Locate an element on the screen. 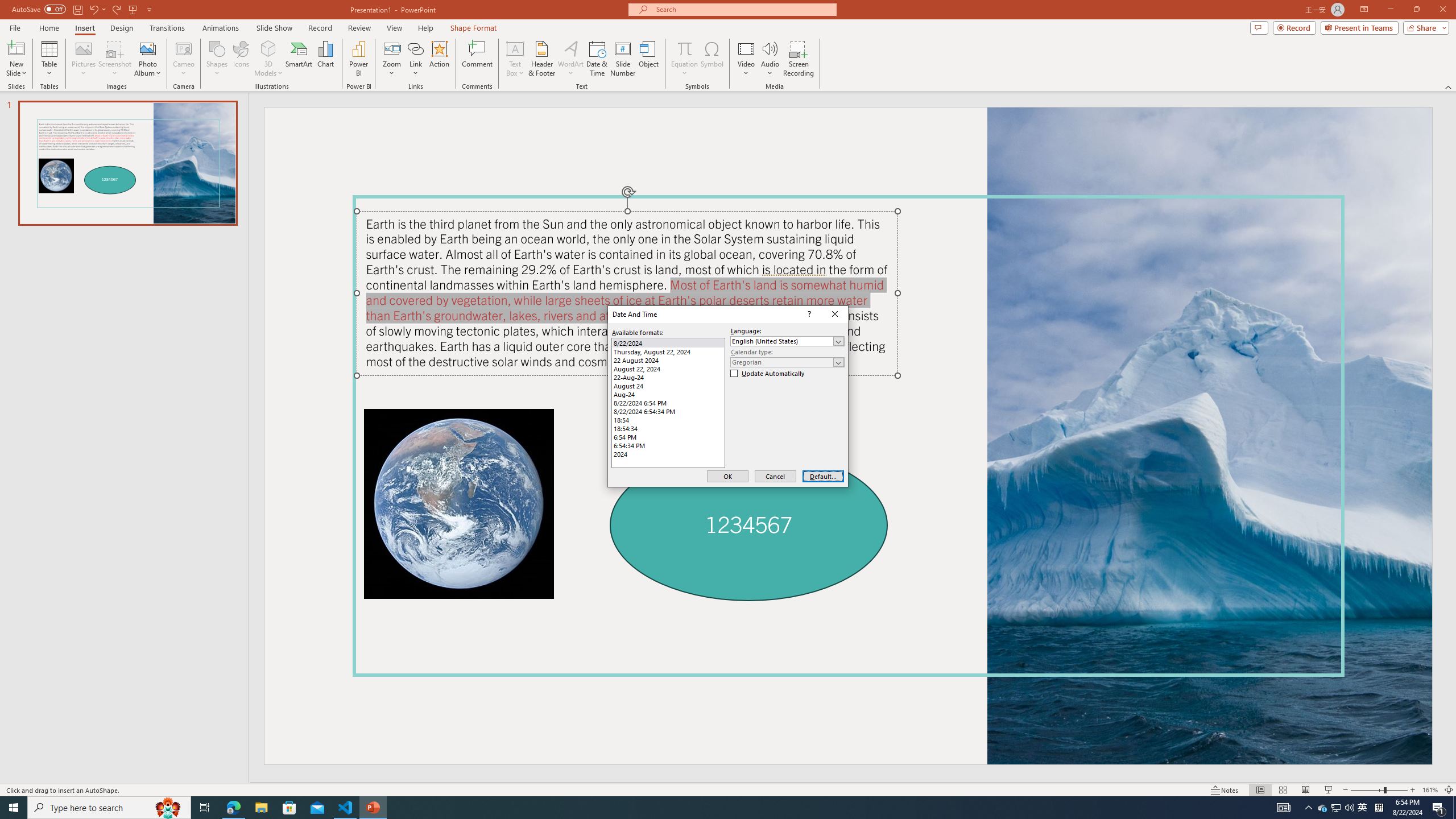 This screenshot has width=1456, height=819. 'User Promoted Notification Area' is located at coordinates (1336, 806).